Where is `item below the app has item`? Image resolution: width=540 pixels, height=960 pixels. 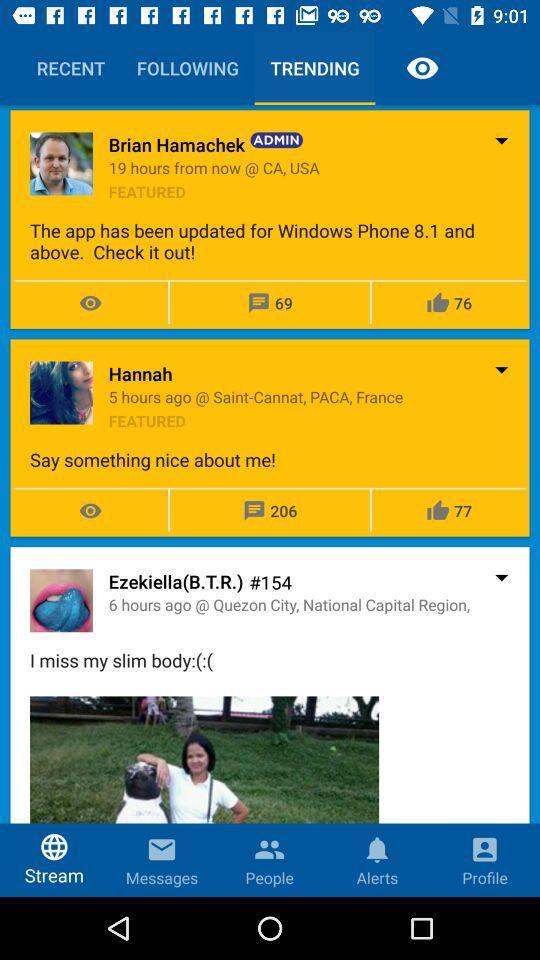 item below the app has item is located at coordinates (139, 372).